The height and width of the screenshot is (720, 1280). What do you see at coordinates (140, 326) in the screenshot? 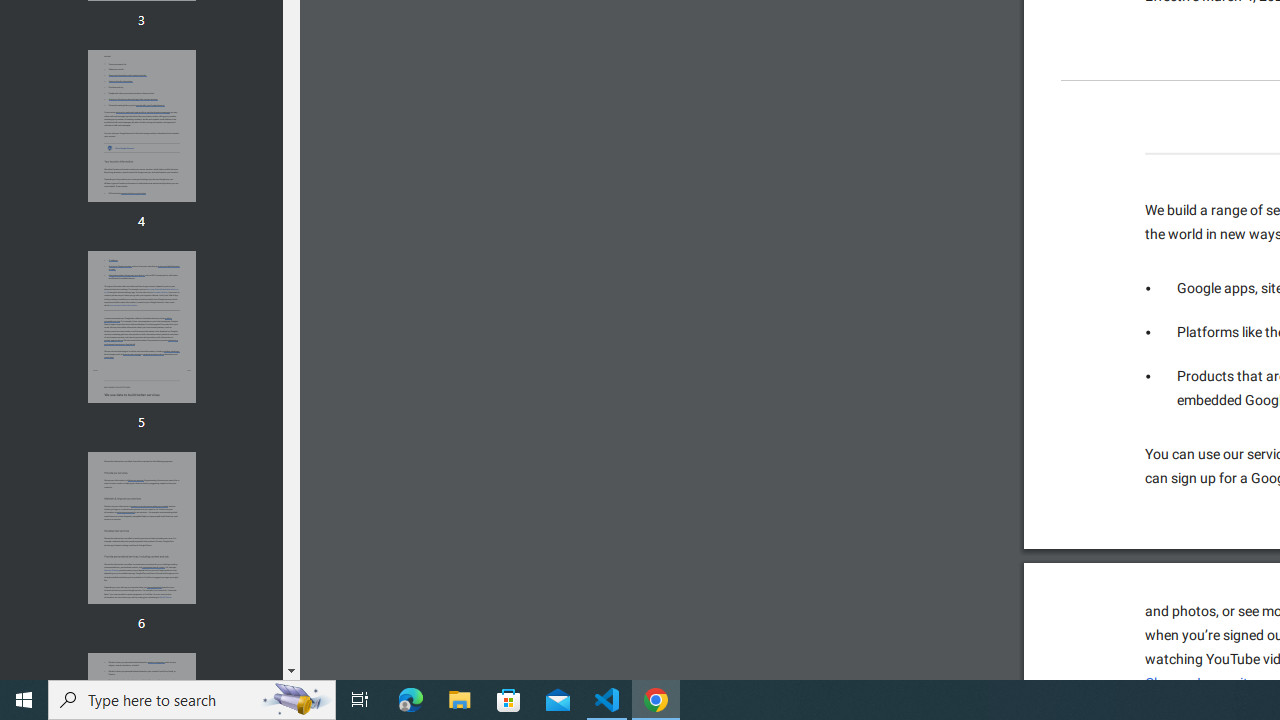
I see `'Thumbnail for page 5'` at bounding box center [140, 326].